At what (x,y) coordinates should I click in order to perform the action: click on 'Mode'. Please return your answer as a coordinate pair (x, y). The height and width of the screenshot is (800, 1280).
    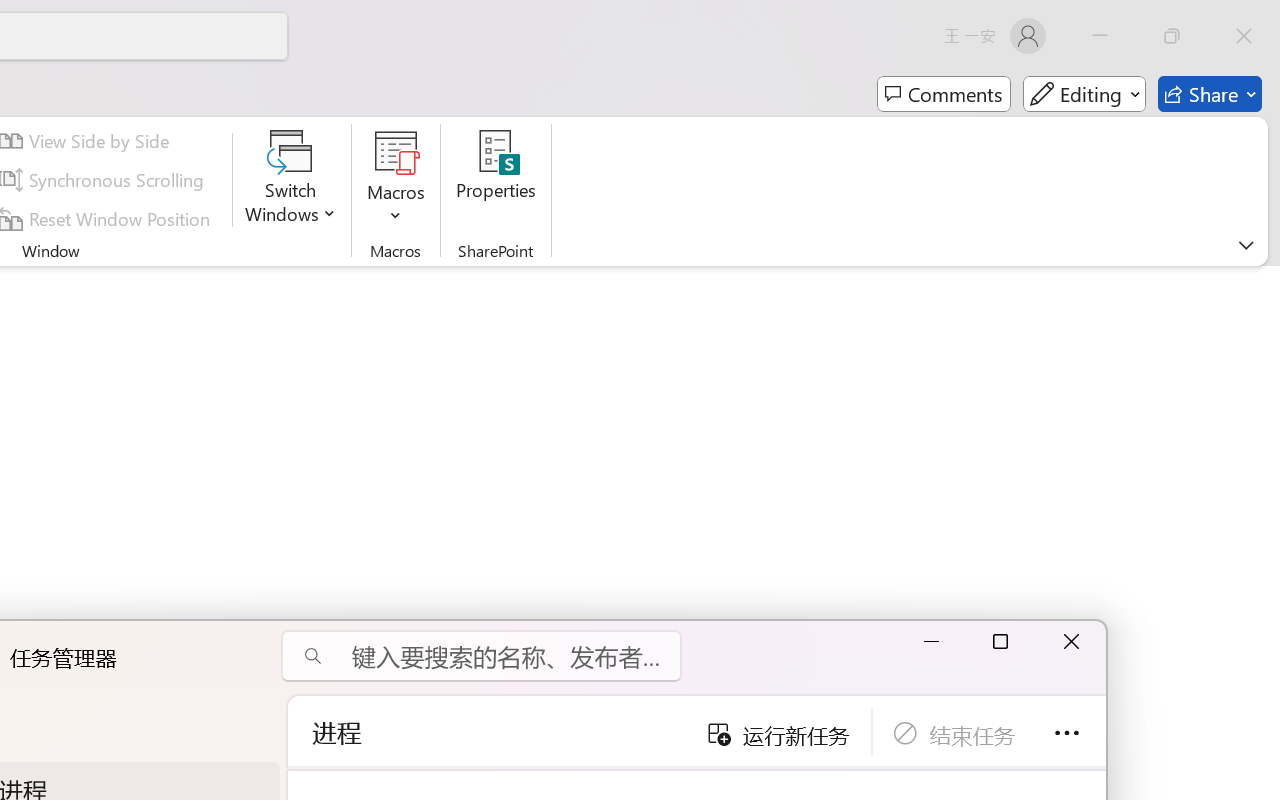
    Looking at the image, I should click on (1083, 94).